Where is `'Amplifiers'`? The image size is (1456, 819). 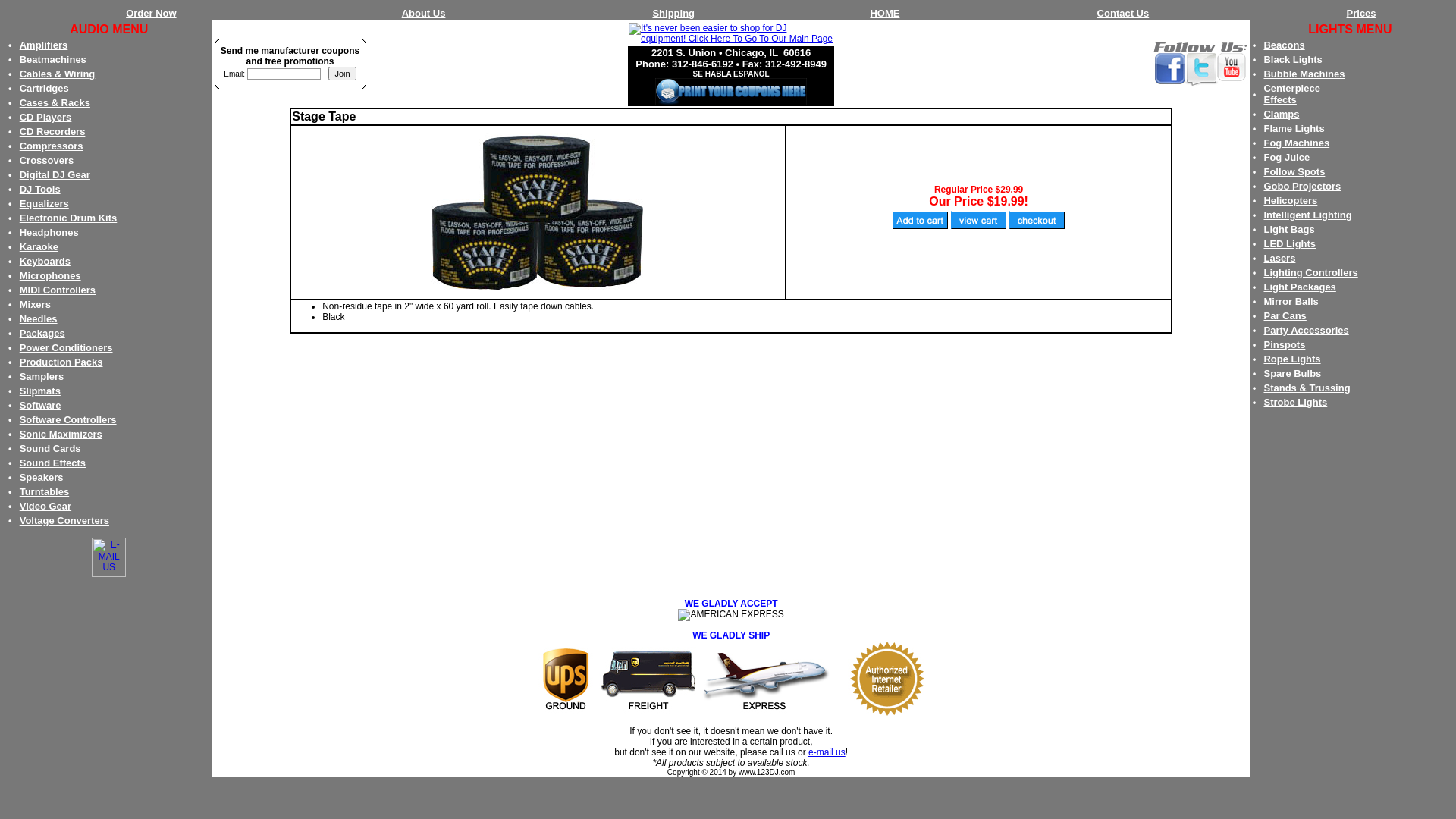
'Amplifiers' is located at coordinates (43, 44).